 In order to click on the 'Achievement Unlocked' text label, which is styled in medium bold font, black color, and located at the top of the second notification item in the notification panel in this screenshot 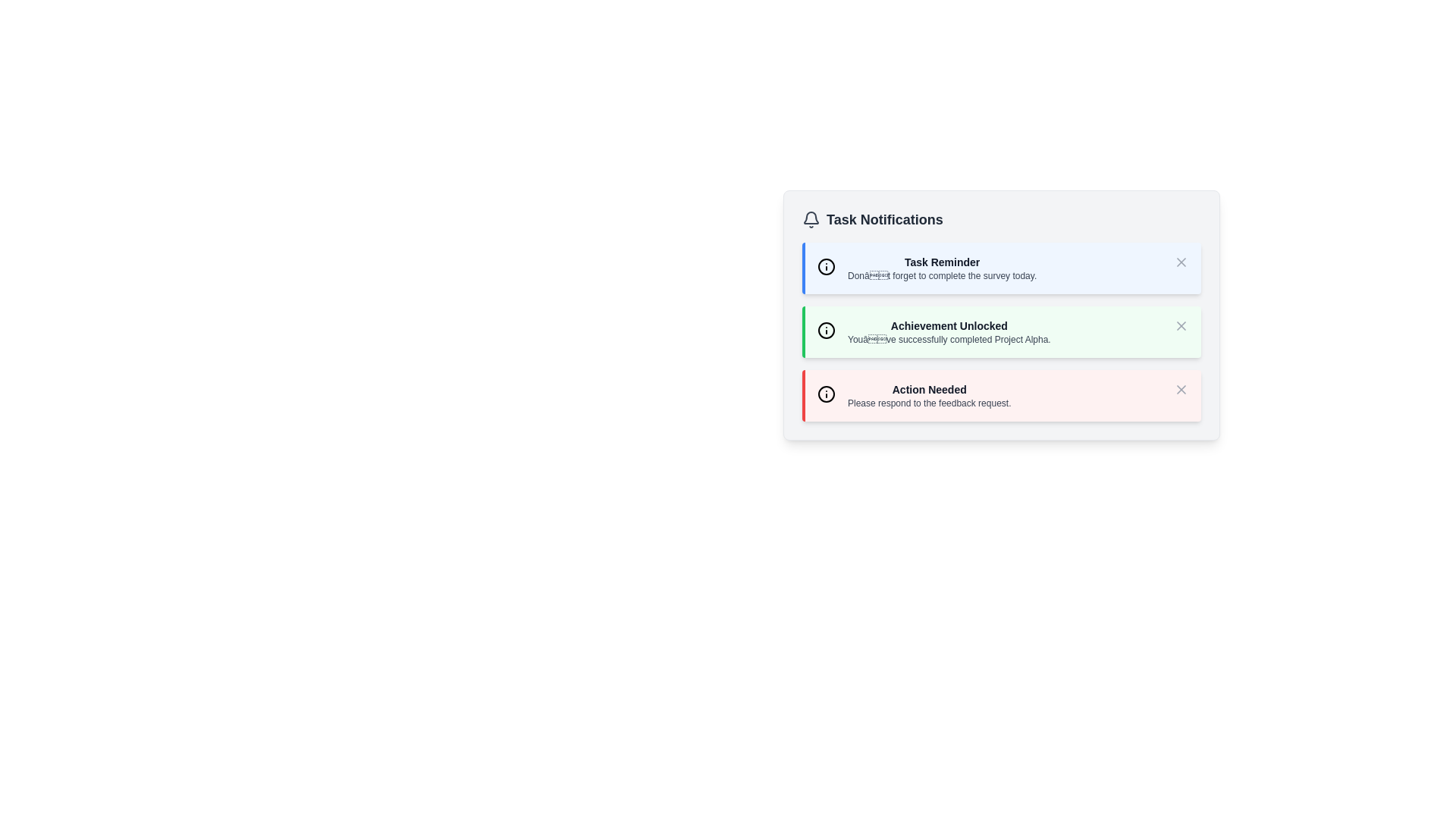, I will do `click(948, 325)`.